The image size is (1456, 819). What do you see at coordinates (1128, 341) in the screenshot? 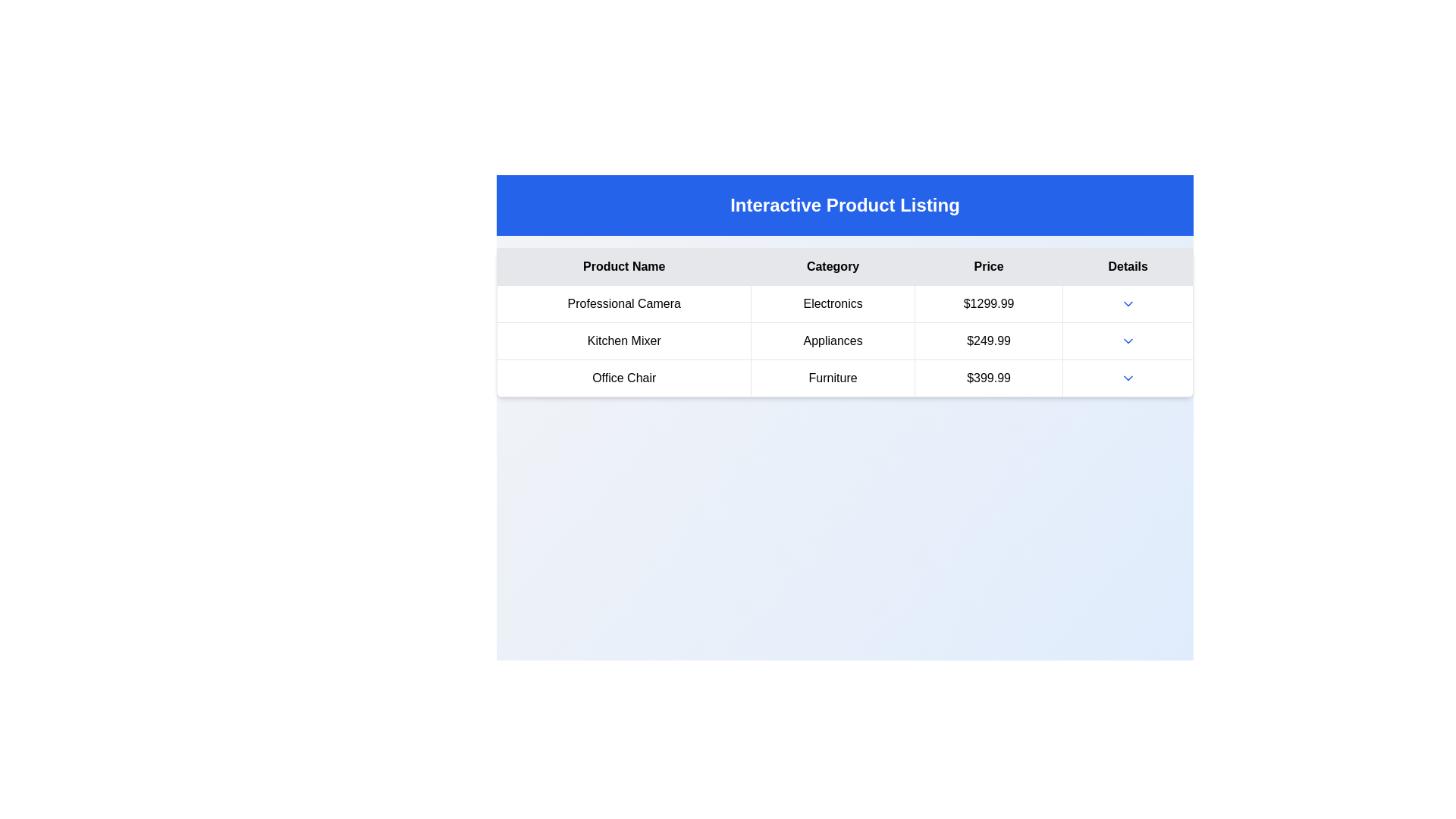
I see `the Dropdown Indicator, represented by an upward-downward chevron symbol in the 'Details' column of the 'Interactive Product Listing' table for the 'Kitchen Mixer' product` at bounding box center [1128, 341].